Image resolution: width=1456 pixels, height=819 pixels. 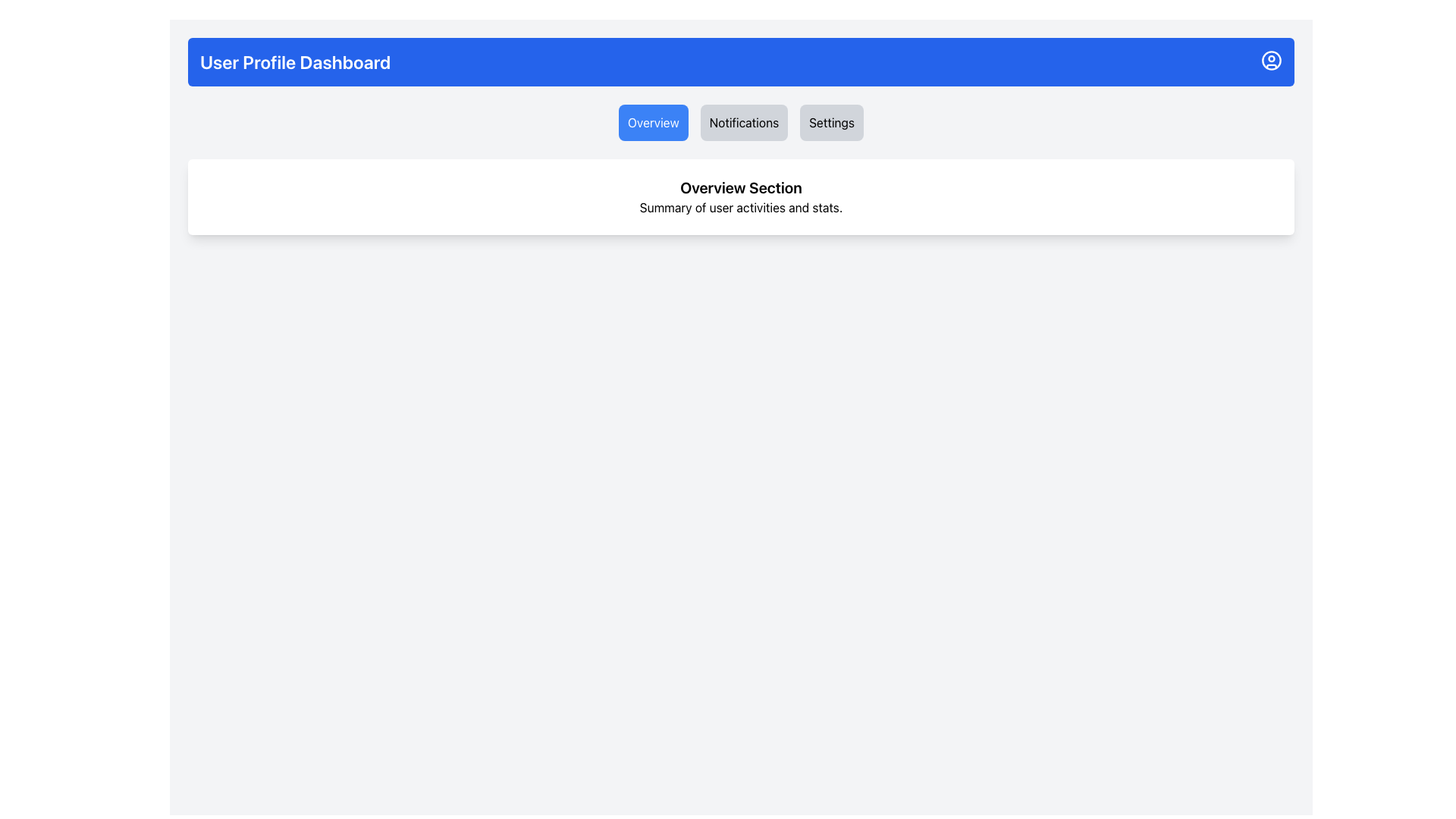 I want to click on the 'Overview' button located to the left of the 'Notifications' and 'Settings' buttons in the 'User Profile Dashboard' section, so click(x=653, y=122).